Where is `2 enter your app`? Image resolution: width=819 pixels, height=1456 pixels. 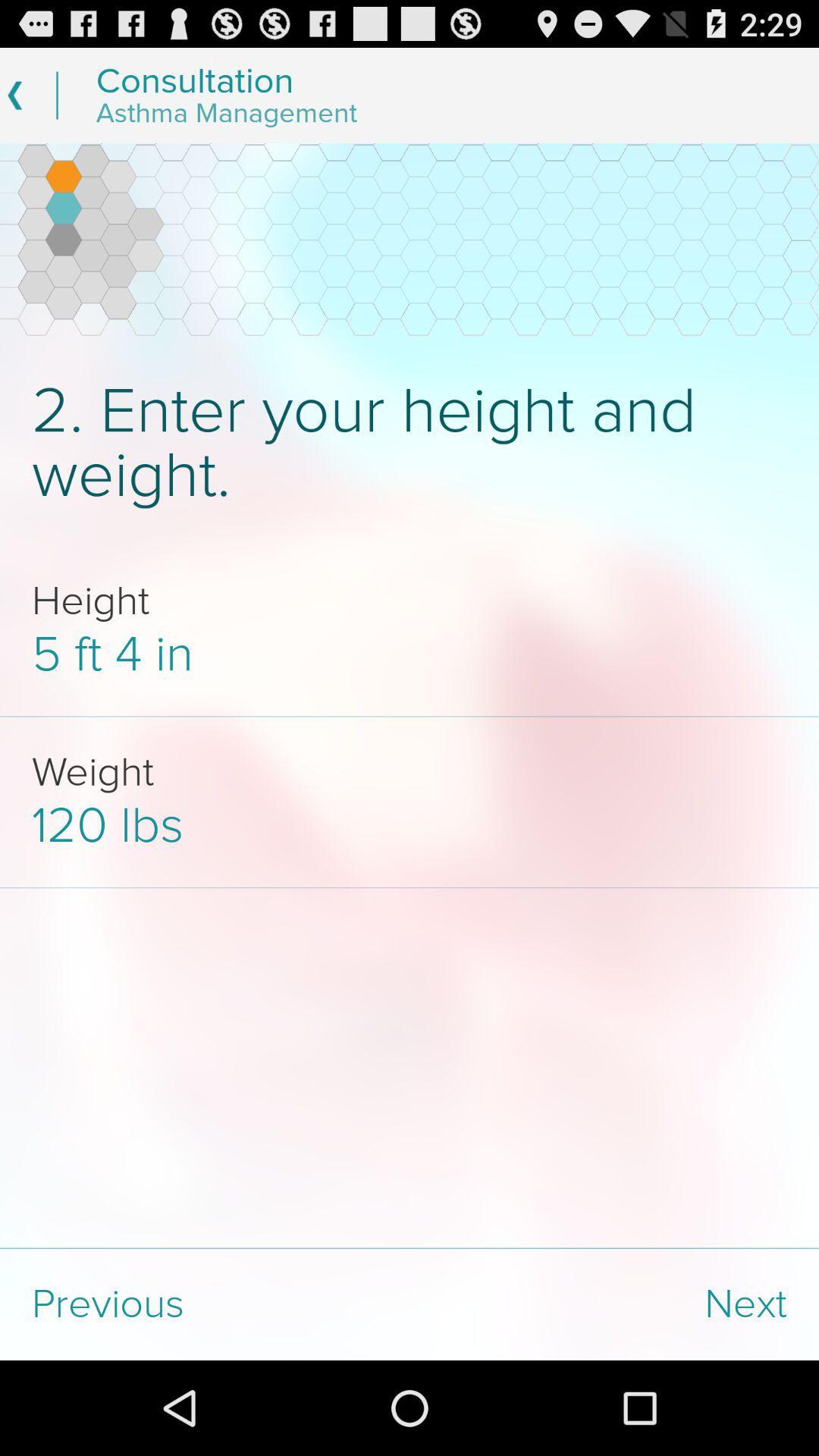
2 enter your app is located at coordinates (409, 443).